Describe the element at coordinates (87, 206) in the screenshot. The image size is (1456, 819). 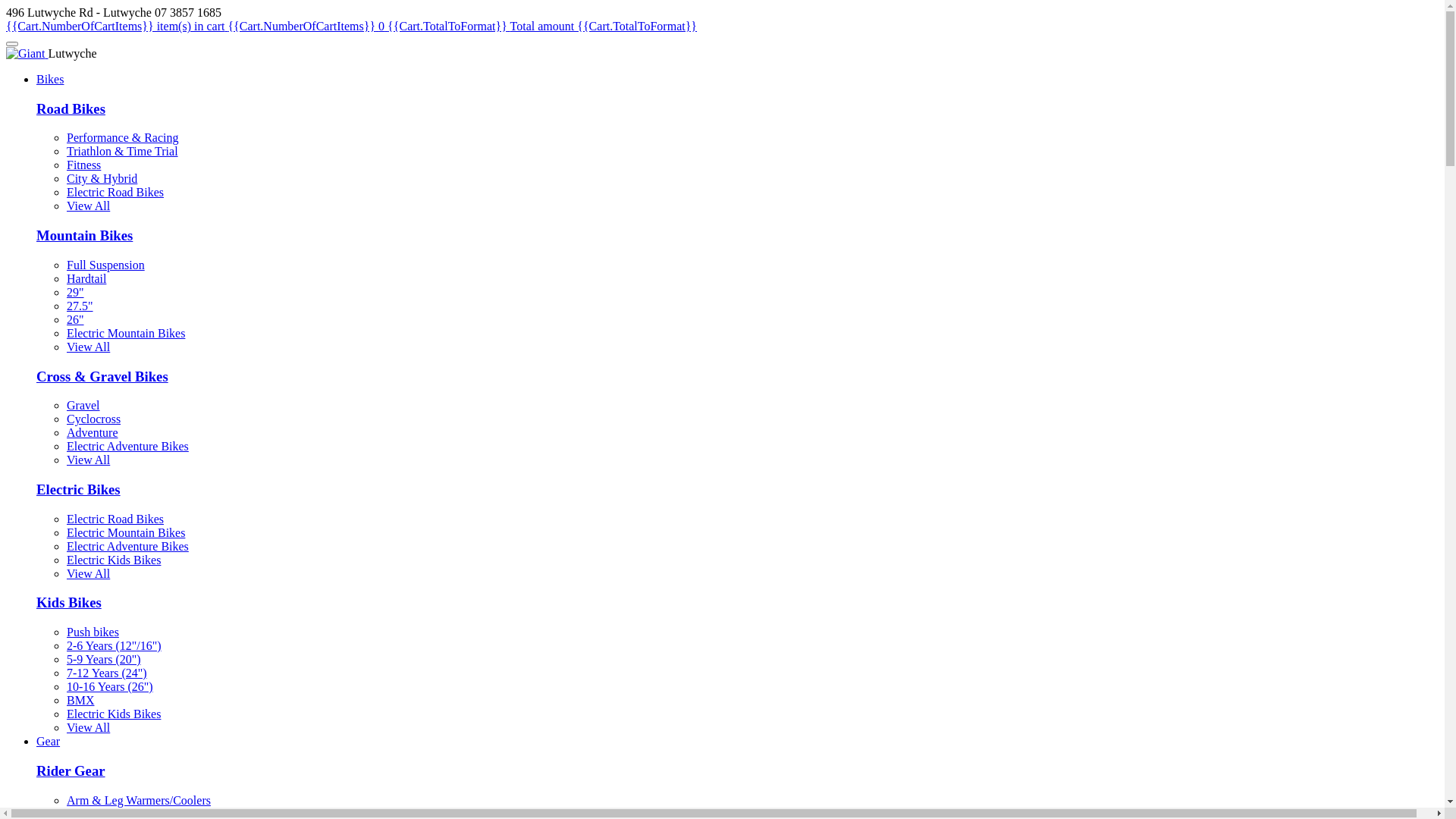
I see `'View All'` at that location.